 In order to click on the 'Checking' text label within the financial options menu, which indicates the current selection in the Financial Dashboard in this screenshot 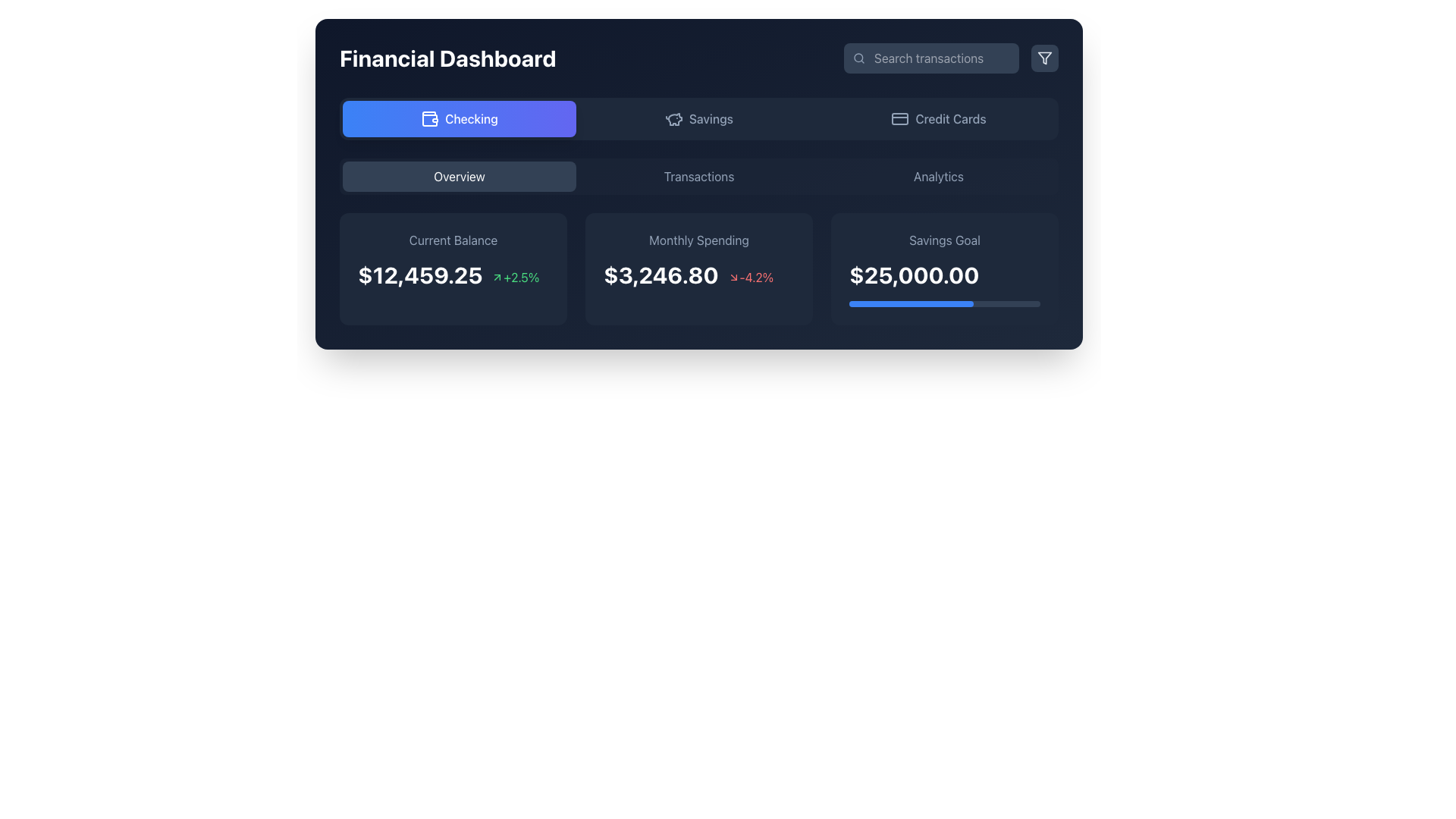, I will do `click(471, 118)`.